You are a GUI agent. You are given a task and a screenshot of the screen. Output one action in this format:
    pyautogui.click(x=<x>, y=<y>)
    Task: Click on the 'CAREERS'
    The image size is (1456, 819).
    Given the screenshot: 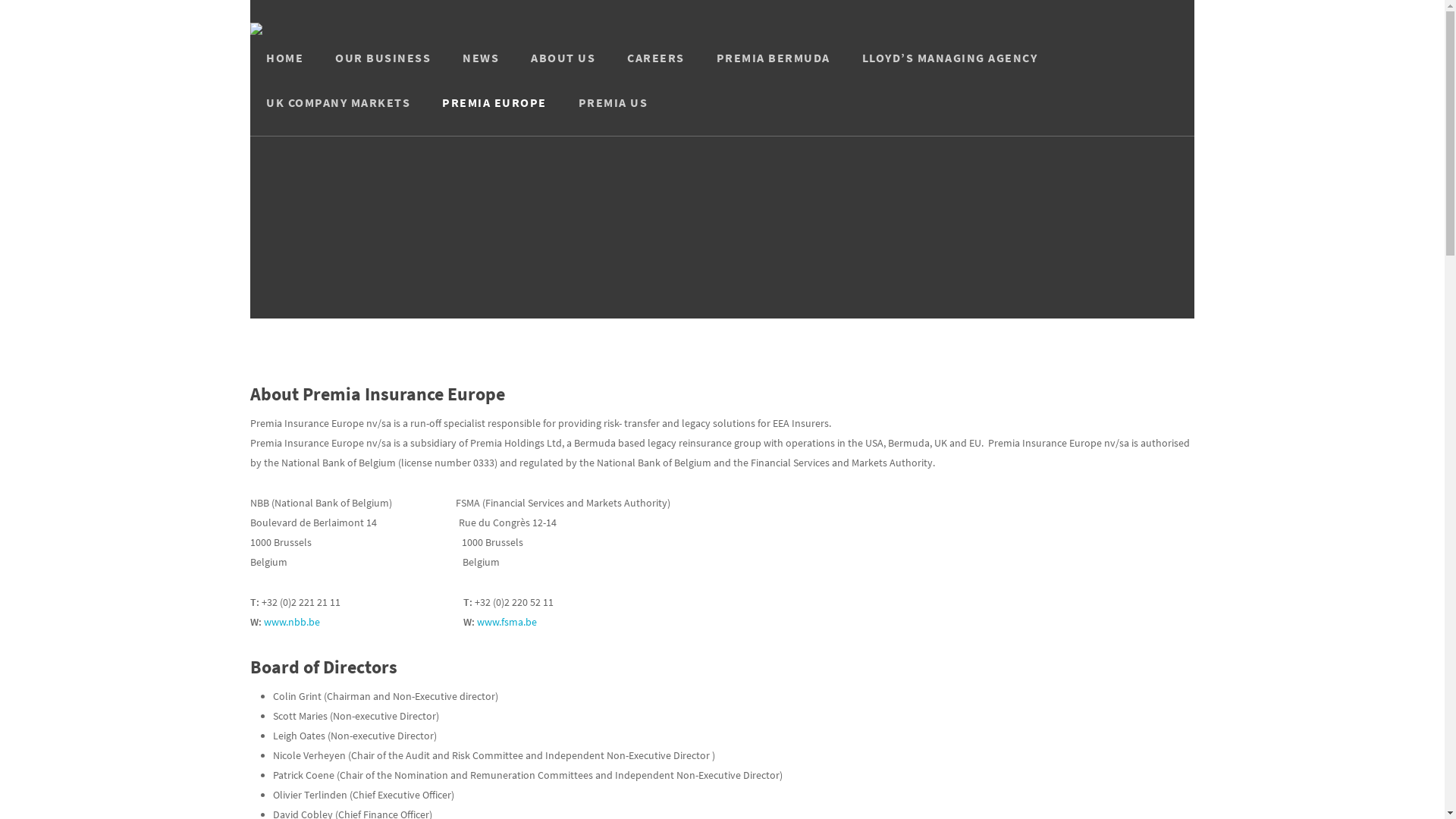 What is the action you would take?
    pyautogui.click(x=655, y=69)
    